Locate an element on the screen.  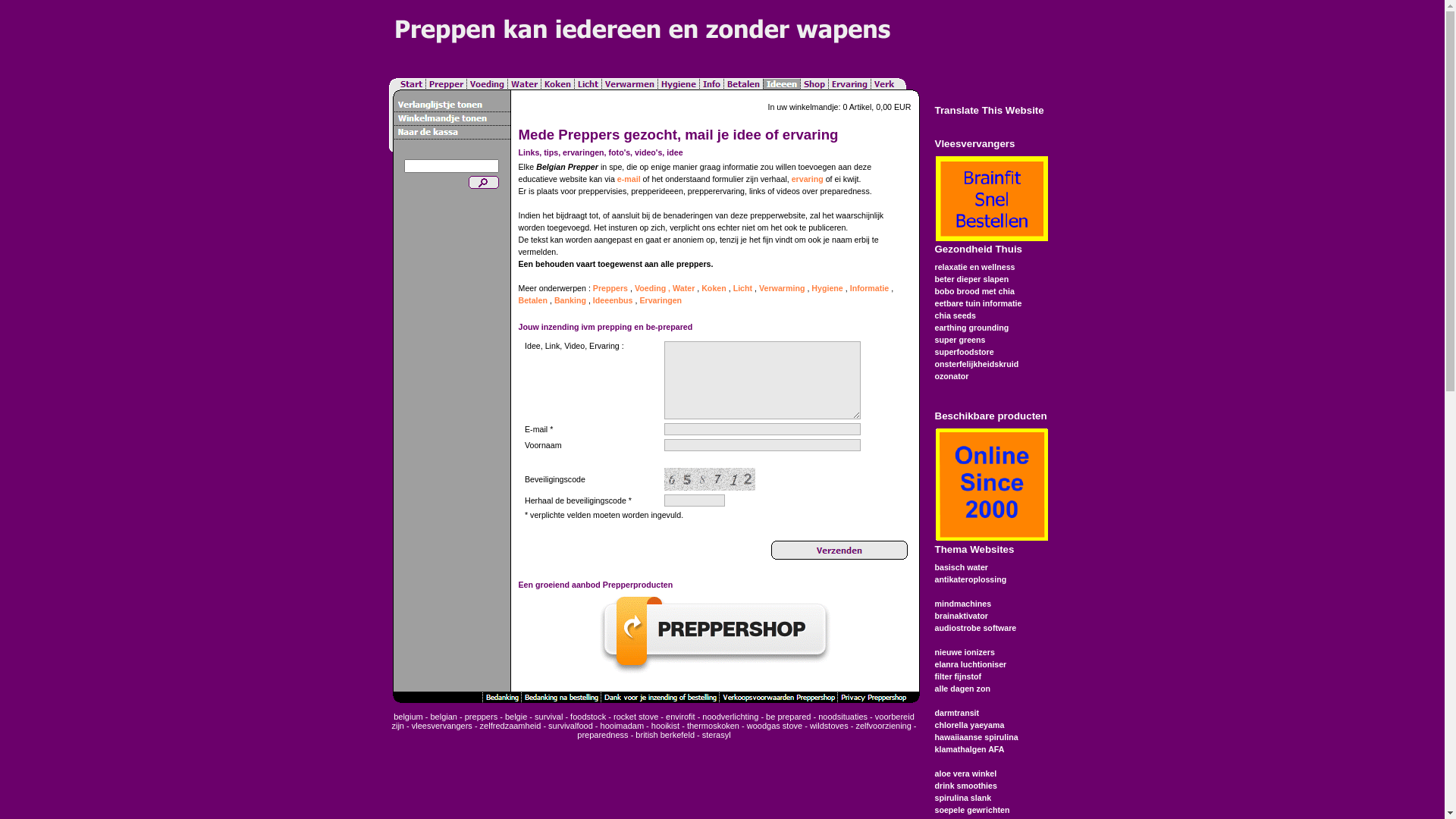
'relaxatie en wellness' is located at coordinates (974, 265).